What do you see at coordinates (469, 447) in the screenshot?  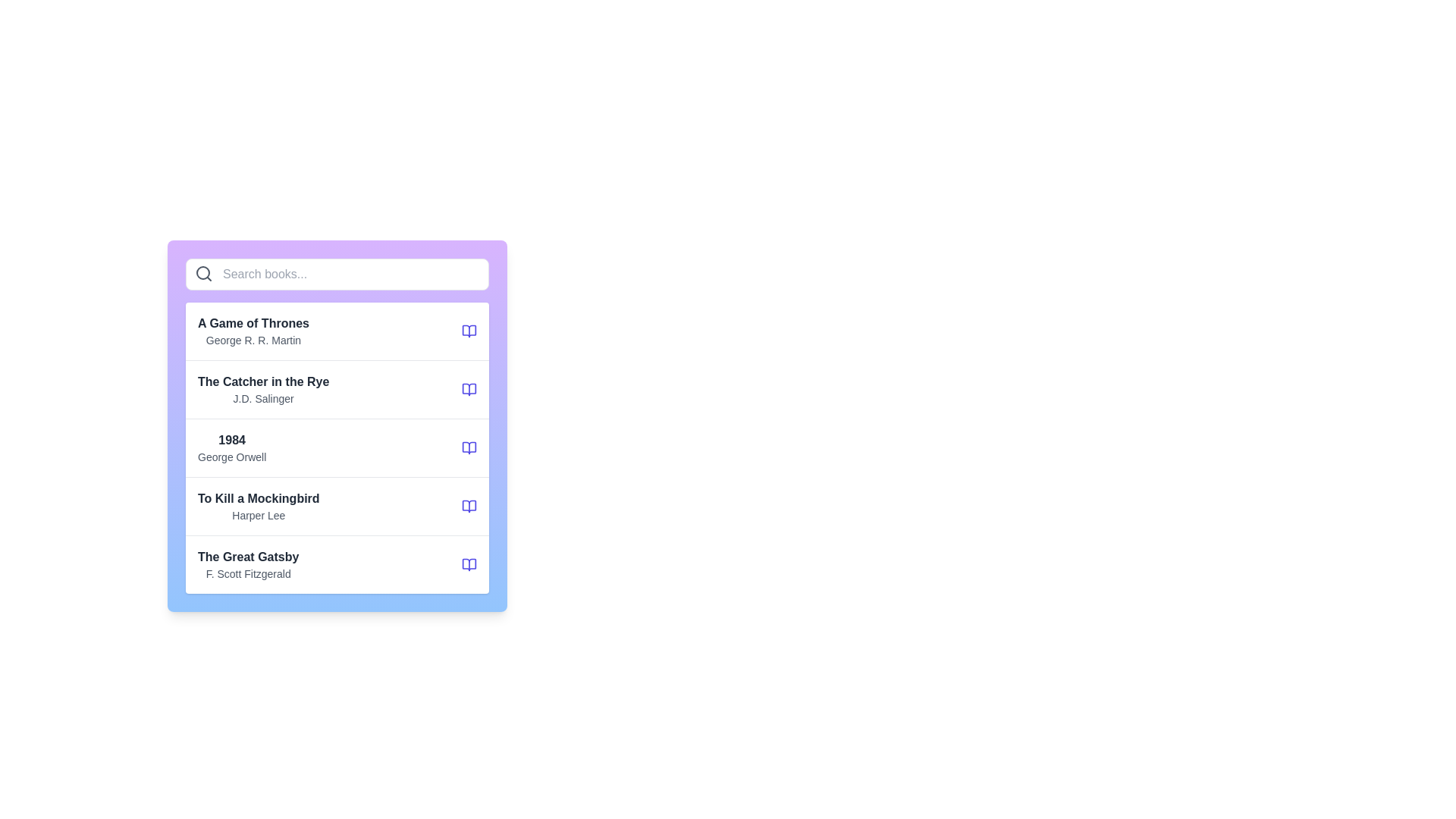 I see `the indigo book icon representing the title '1984', which is the second icon in the row of icons aligned to the right of the text content` at bounding box center [469, 447].